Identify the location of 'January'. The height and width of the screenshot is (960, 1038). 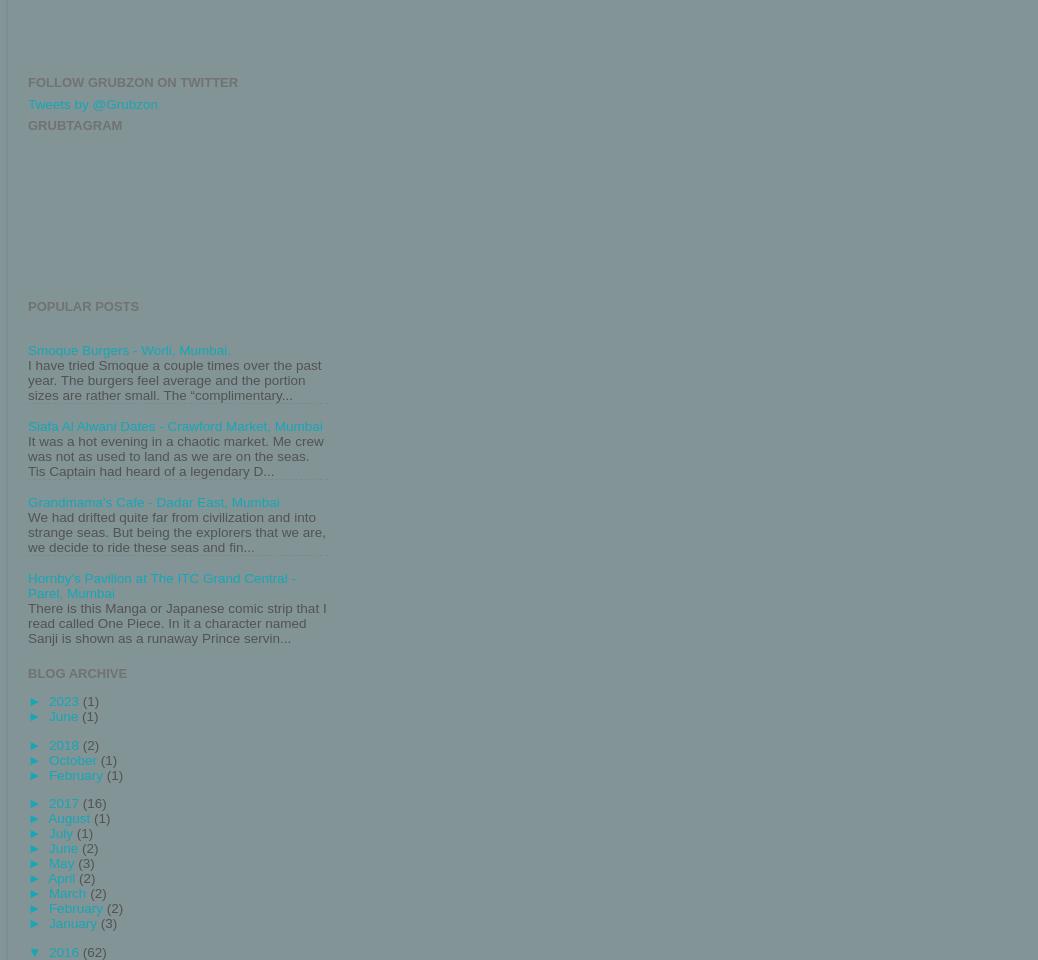
(73, 923).